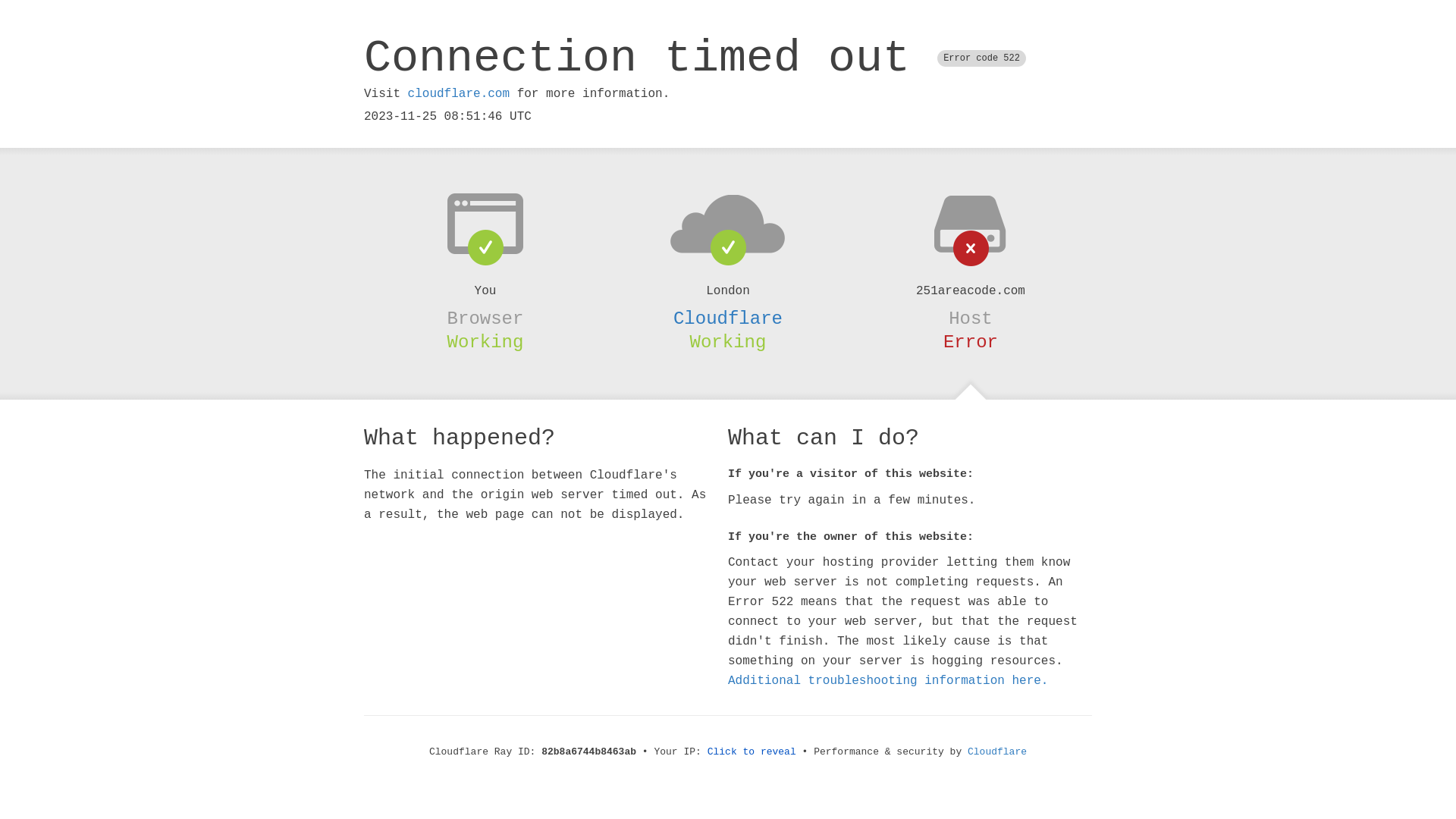  I want to click on 'cloudflare.com', so click(457, 93).